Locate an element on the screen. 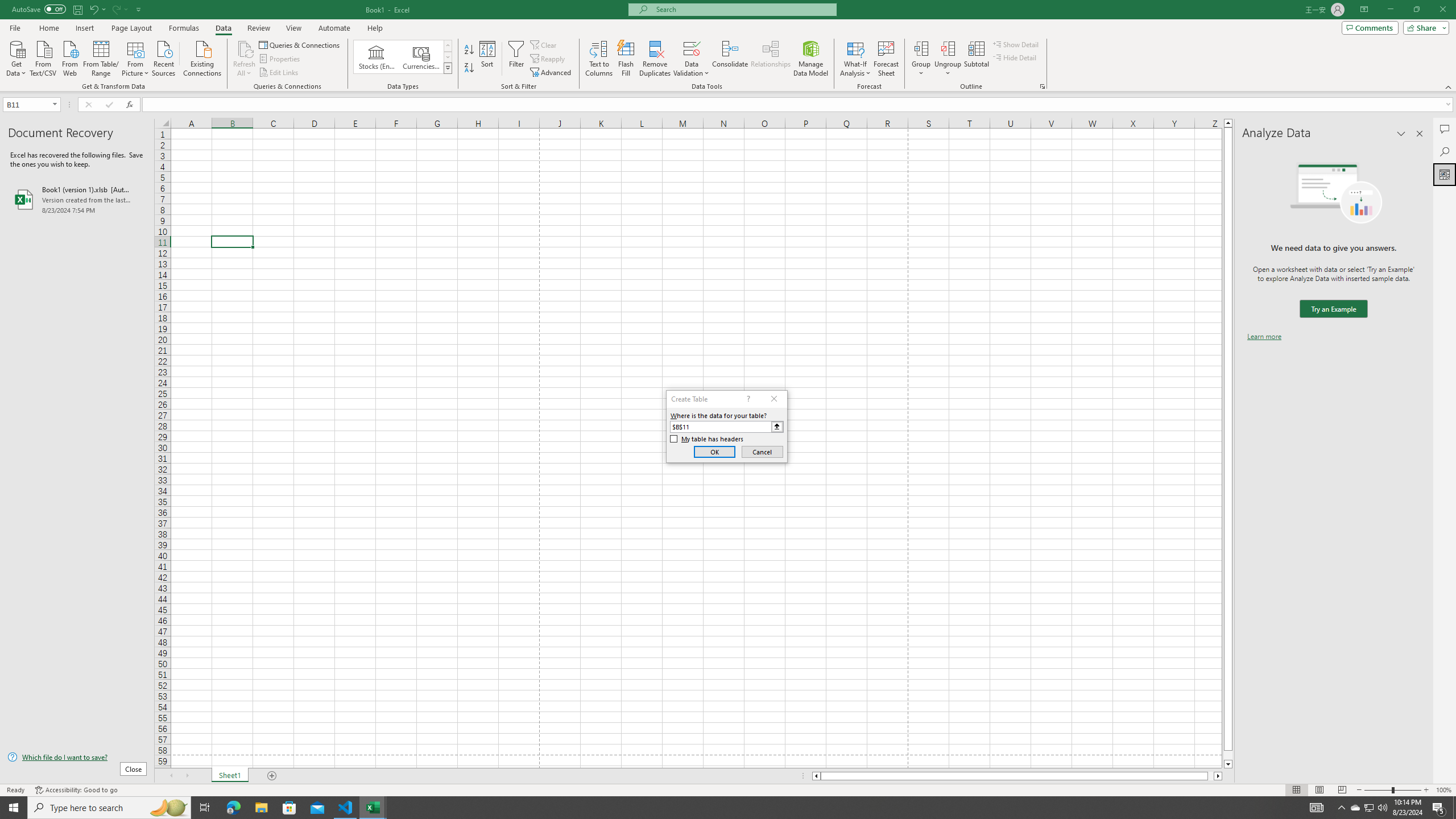 The width and height of the screenshot is (1456, 819). 'From Table/Range' is located at coordinates (100, 57).